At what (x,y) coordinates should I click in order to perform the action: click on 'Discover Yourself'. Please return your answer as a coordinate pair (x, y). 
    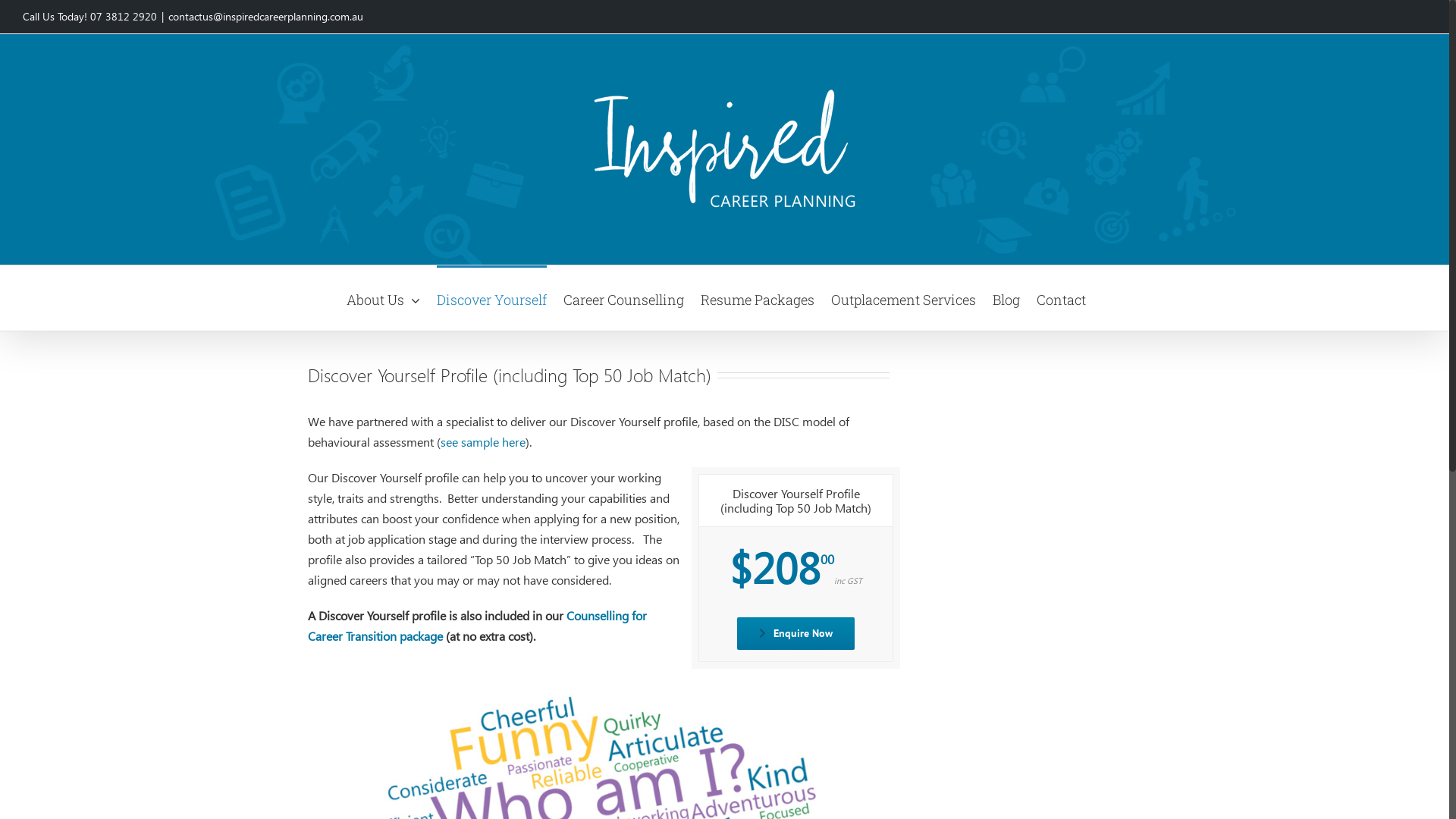
    Looking at the image, I should click on (436, 298).